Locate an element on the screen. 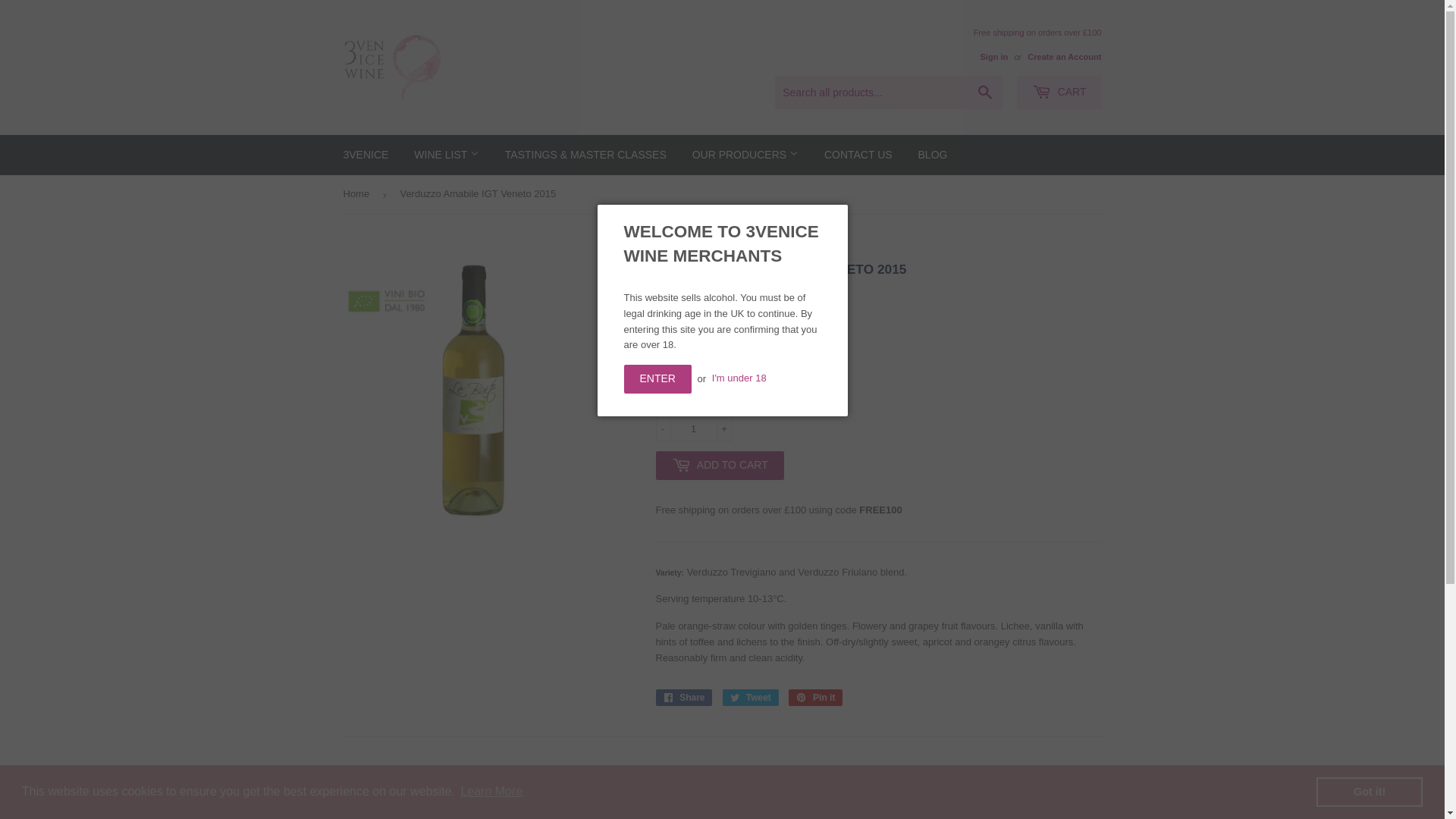 The image size is (1456, 819). 'CART' is located at coordinates (1058, 93).